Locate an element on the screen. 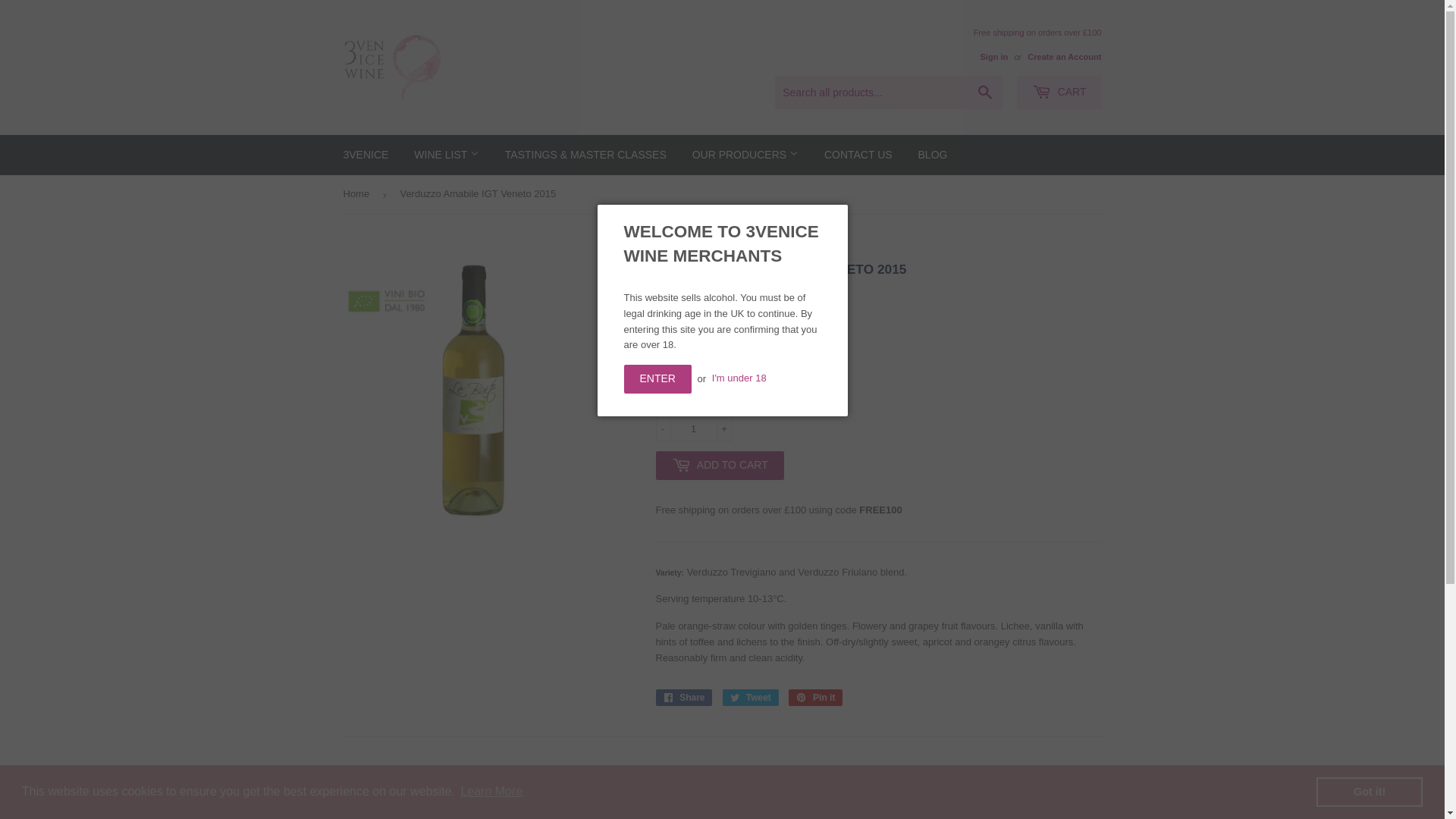 The image size is (1456, 819). 'CART' is located at coordinates (1058, 93).